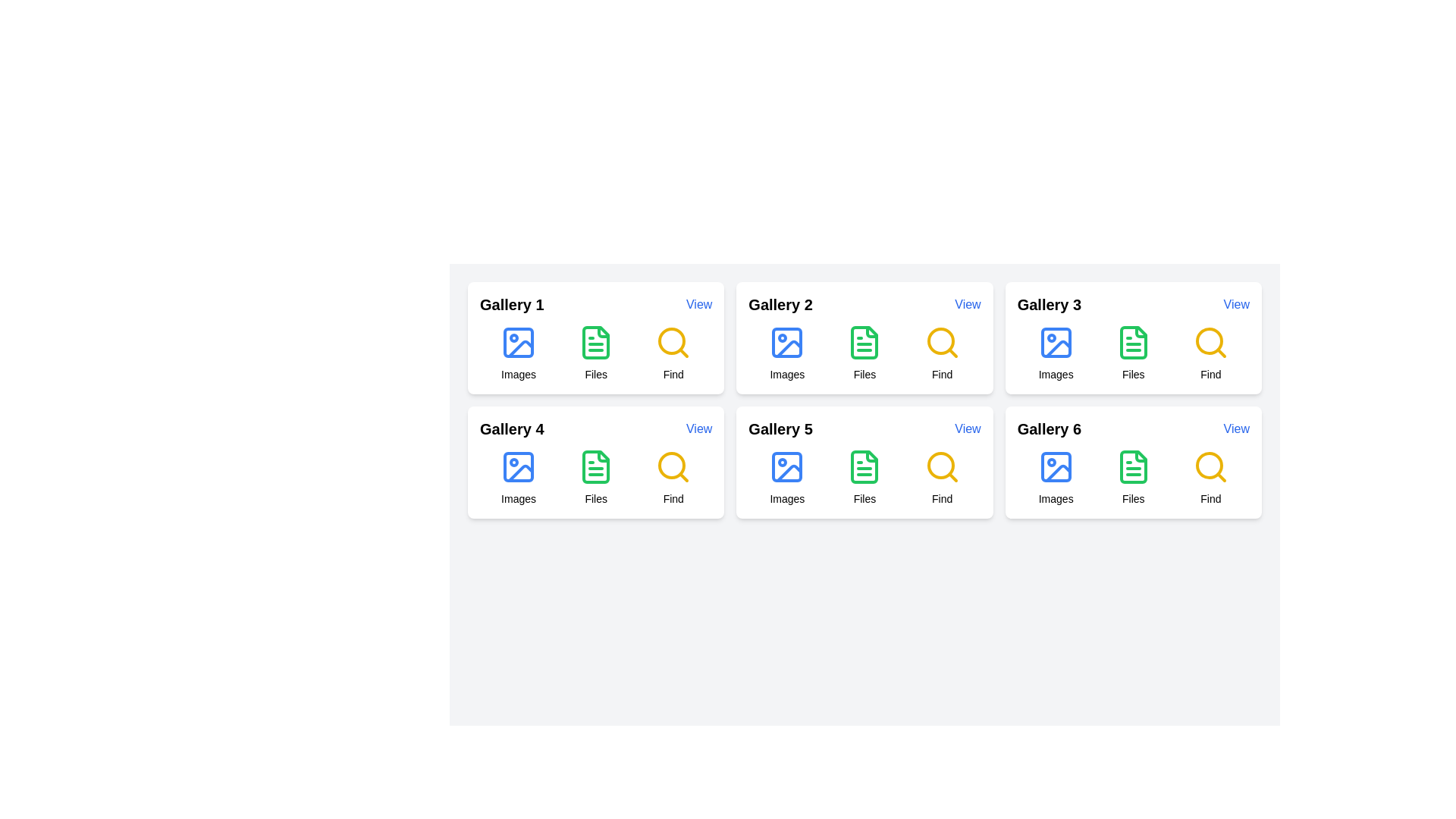 The height and width of the screenshot is (819, 1456). Describe the element at coordinates (780, 304) in the screenshot. I see `the static text label that identifies a specific content group or section in the interface, located in the top row, second column of the grid layout` at that location.